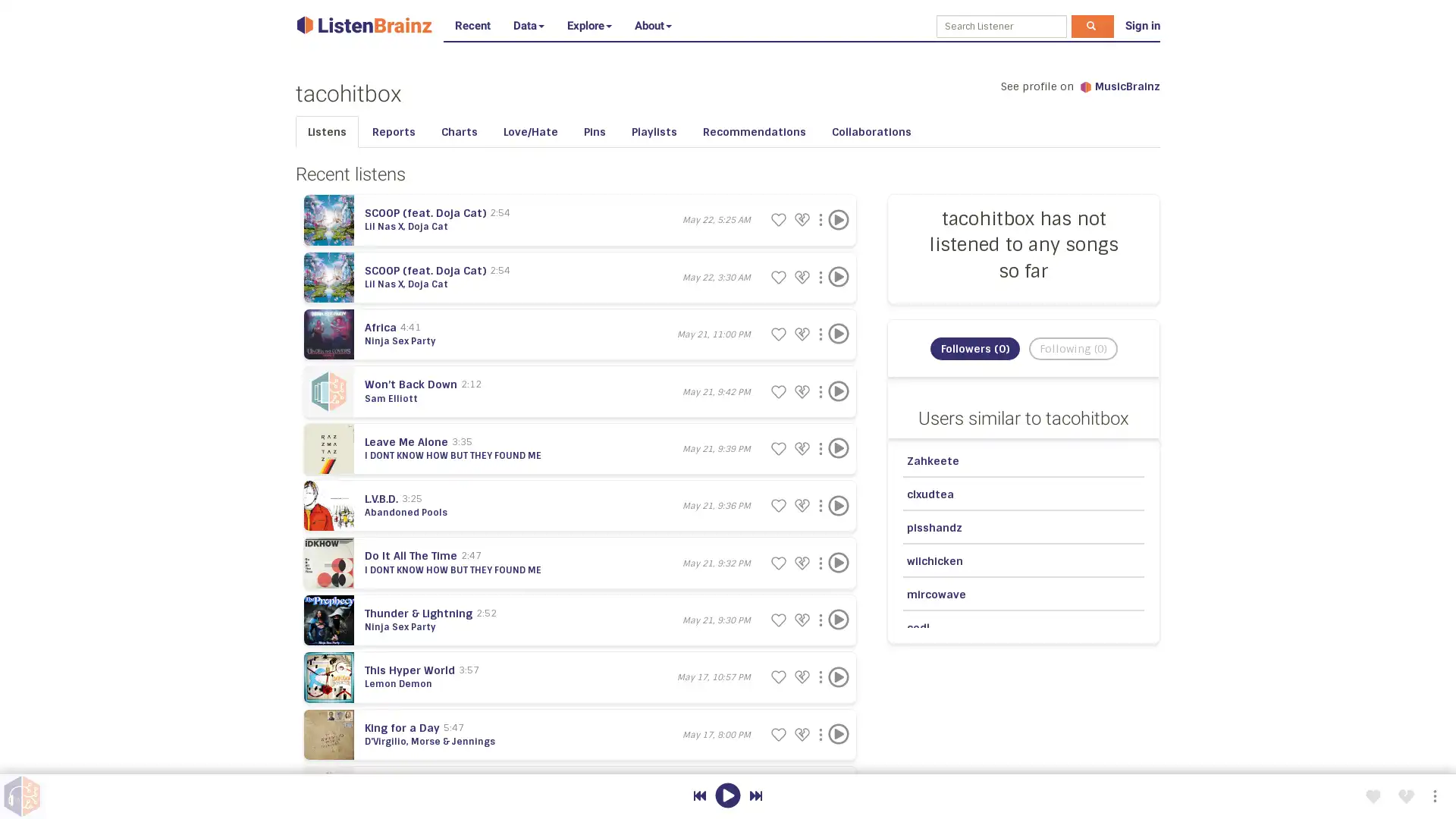 The image size is (1456, 819). What do you see at coordinates (1072, 385) in the screenshot?
I see `Following (0)` at bounding box center [1072, 385].